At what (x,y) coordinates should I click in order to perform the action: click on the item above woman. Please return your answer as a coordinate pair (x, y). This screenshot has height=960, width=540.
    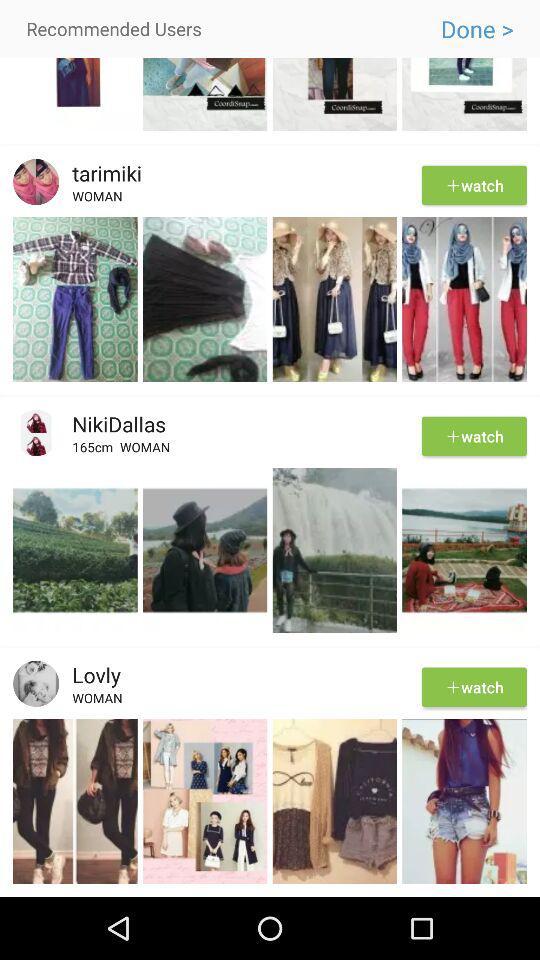
    Looking at the image, I should click on (89, 674).